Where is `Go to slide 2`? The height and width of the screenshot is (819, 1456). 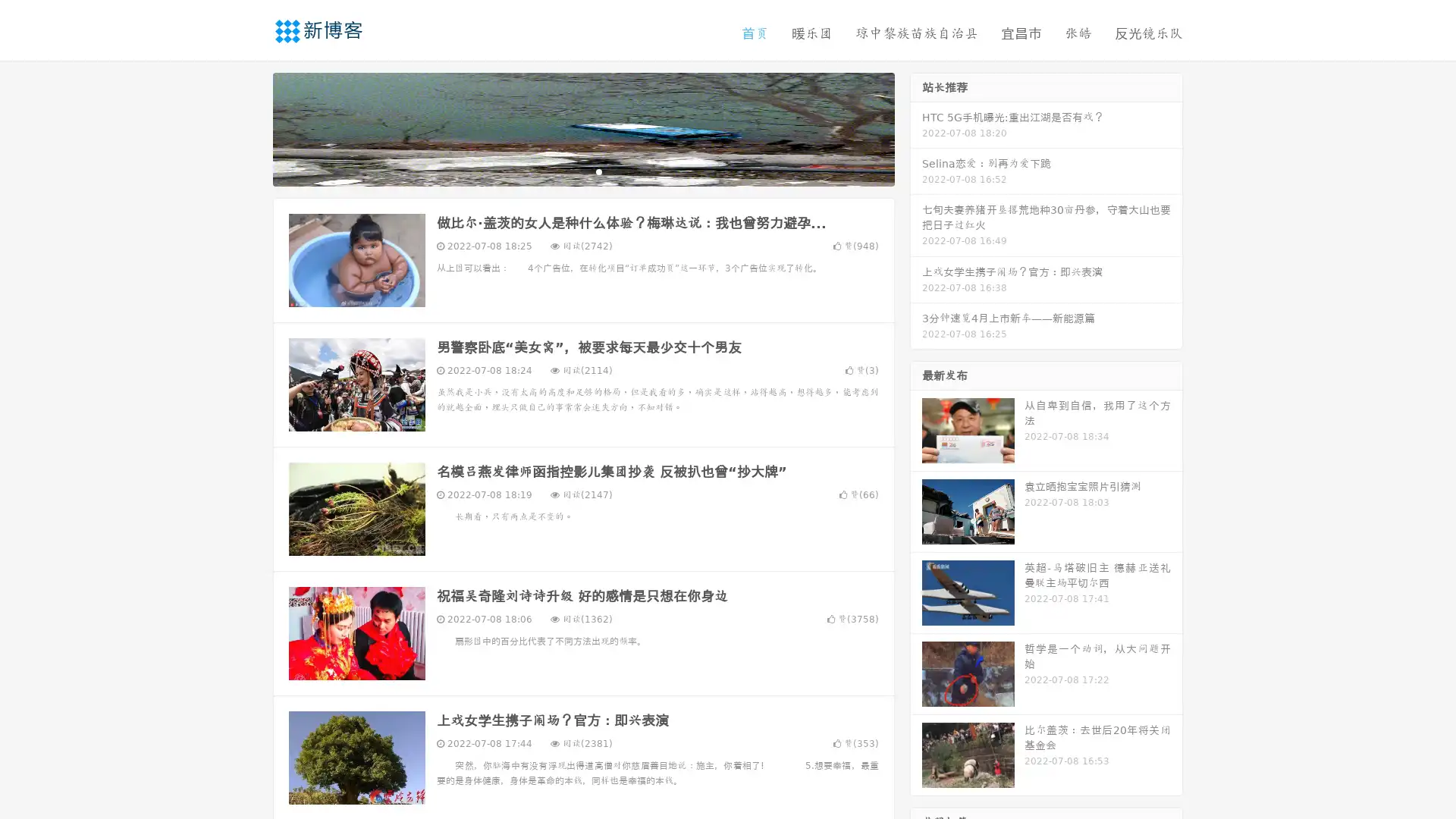
Go to slide 2 is located at coordinates (582, 171).